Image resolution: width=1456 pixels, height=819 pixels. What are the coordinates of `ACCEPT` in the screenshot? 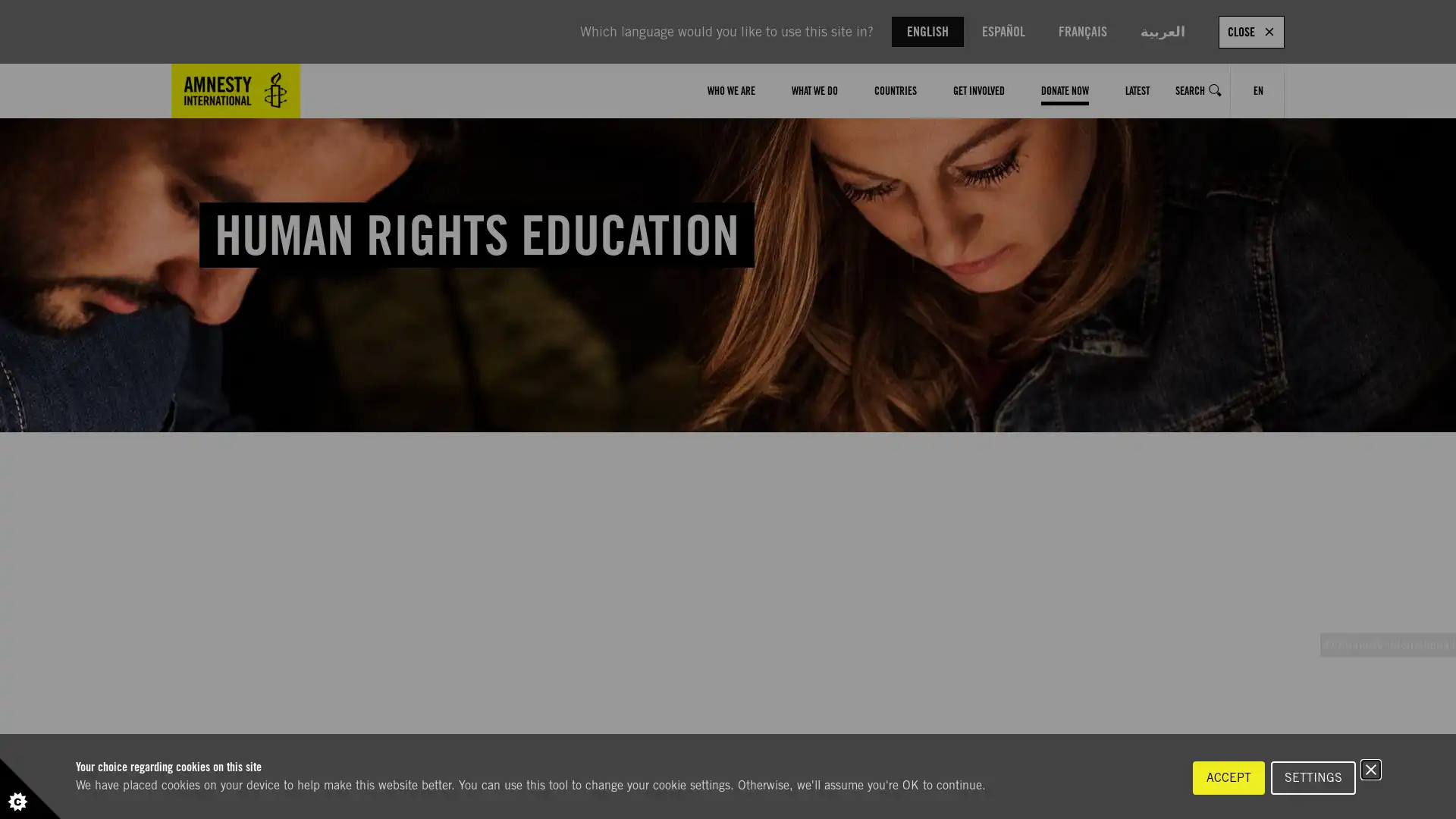 It's located at (1228, 778).